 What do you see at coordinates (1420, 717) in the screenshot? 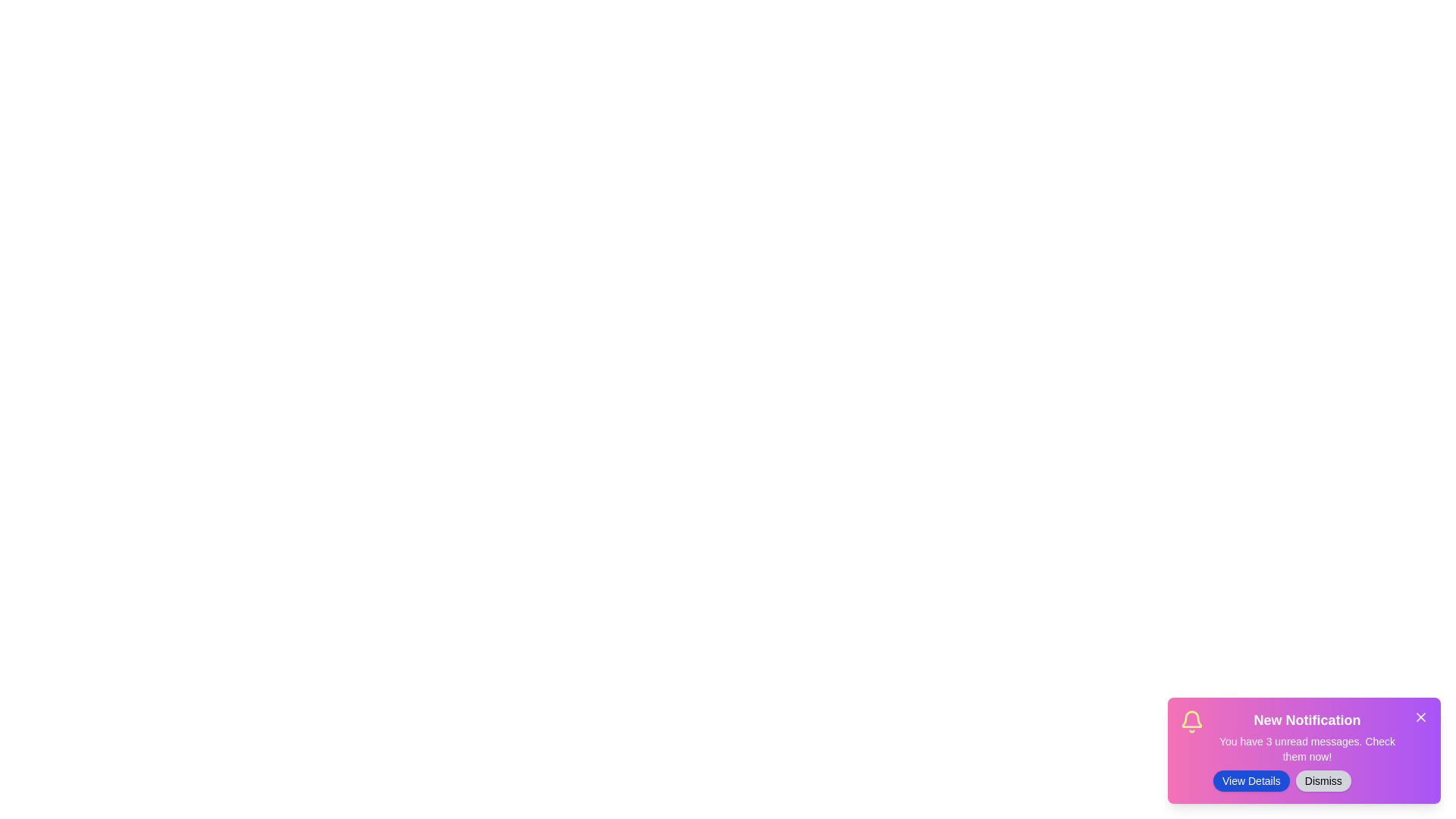
I see `close button (X icon) at the top-right corner of the notification panel` at bounding box center [1420, 717].